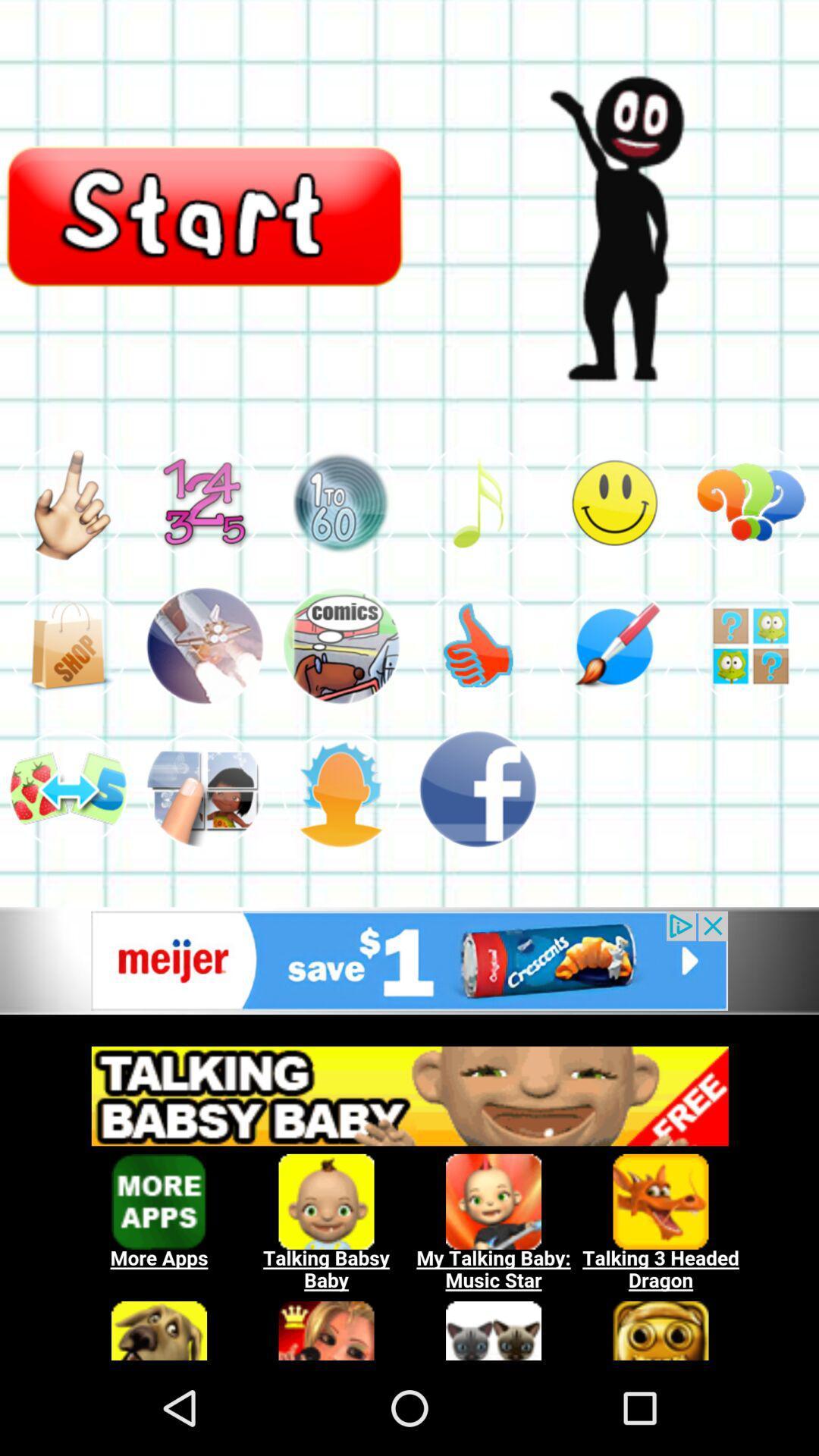 This screenshot has width=819, height=1456. Describe the element at coordinates (205, 645) in the screenshot. I see `games options` at that location.